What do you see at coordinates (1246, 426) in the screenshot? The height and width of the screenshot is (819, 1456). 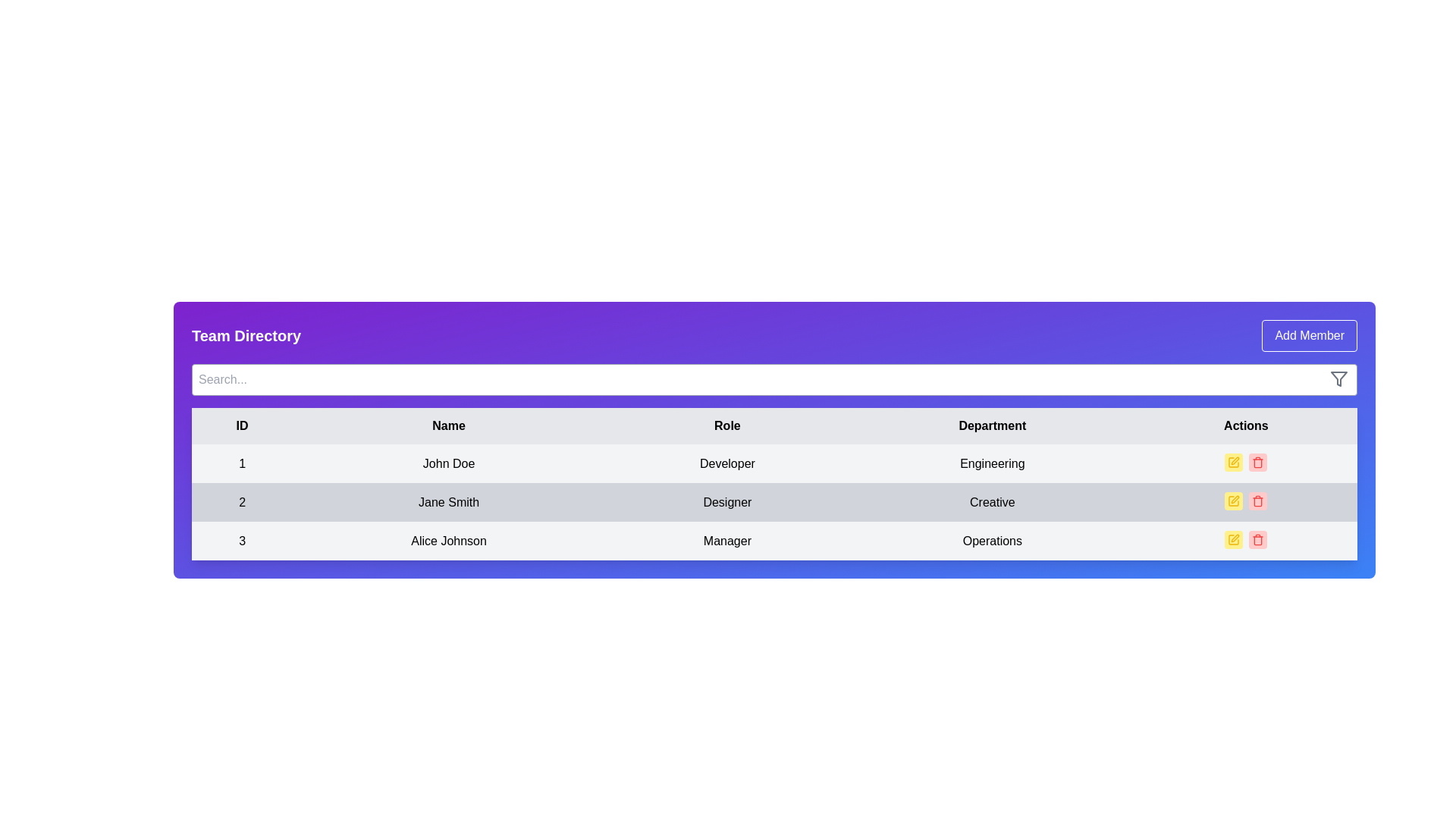 I see `the text label displaying 'Actions' in bold black text, located in the far right of the table header row` at bounding box center [1246, 426].